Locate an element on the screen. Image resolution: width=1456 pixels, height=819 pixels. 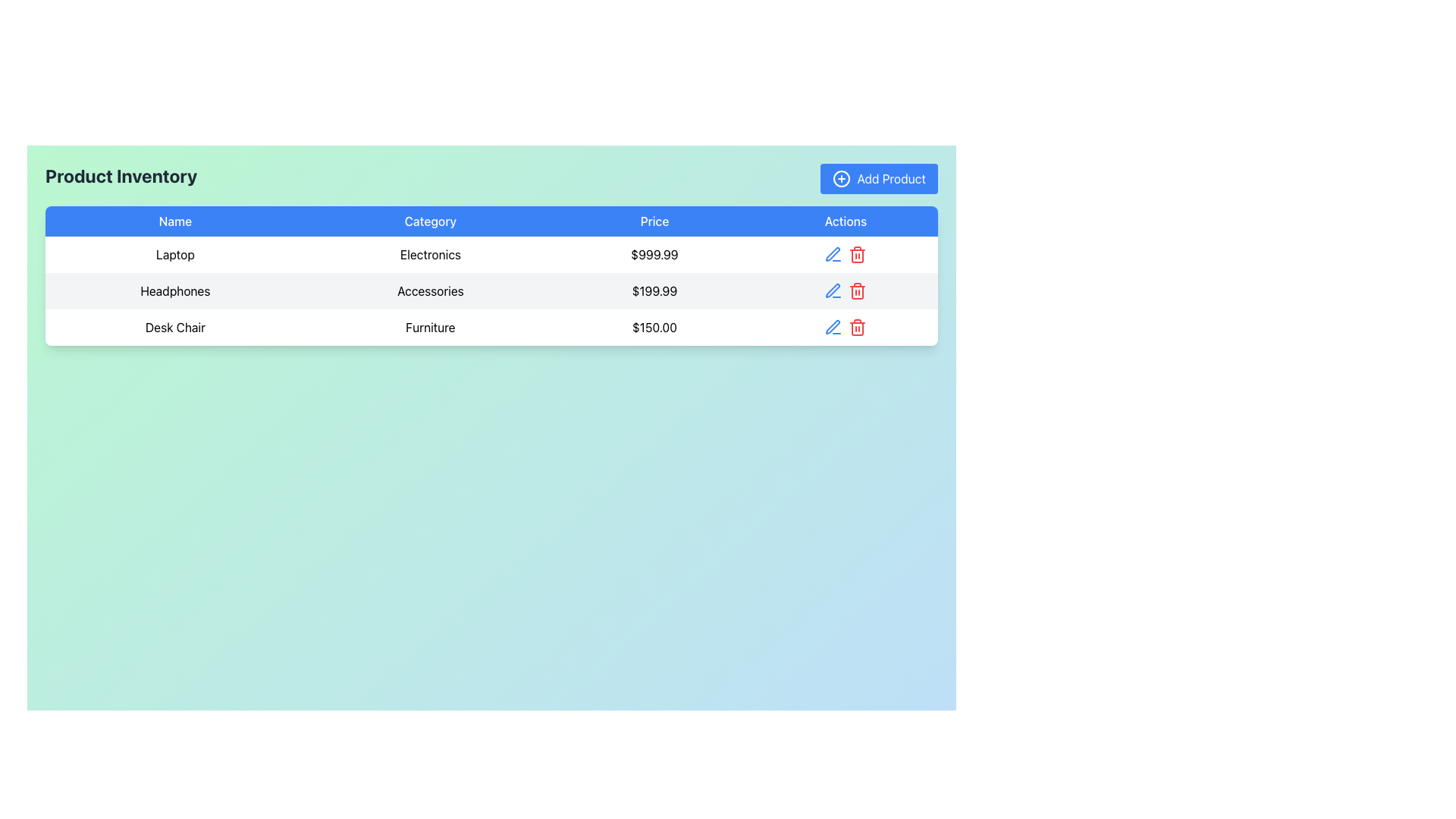
the edit icon located in the 'Actions' column of the first row of the table, which is styled in blue color is located at coordinates (845, 253).